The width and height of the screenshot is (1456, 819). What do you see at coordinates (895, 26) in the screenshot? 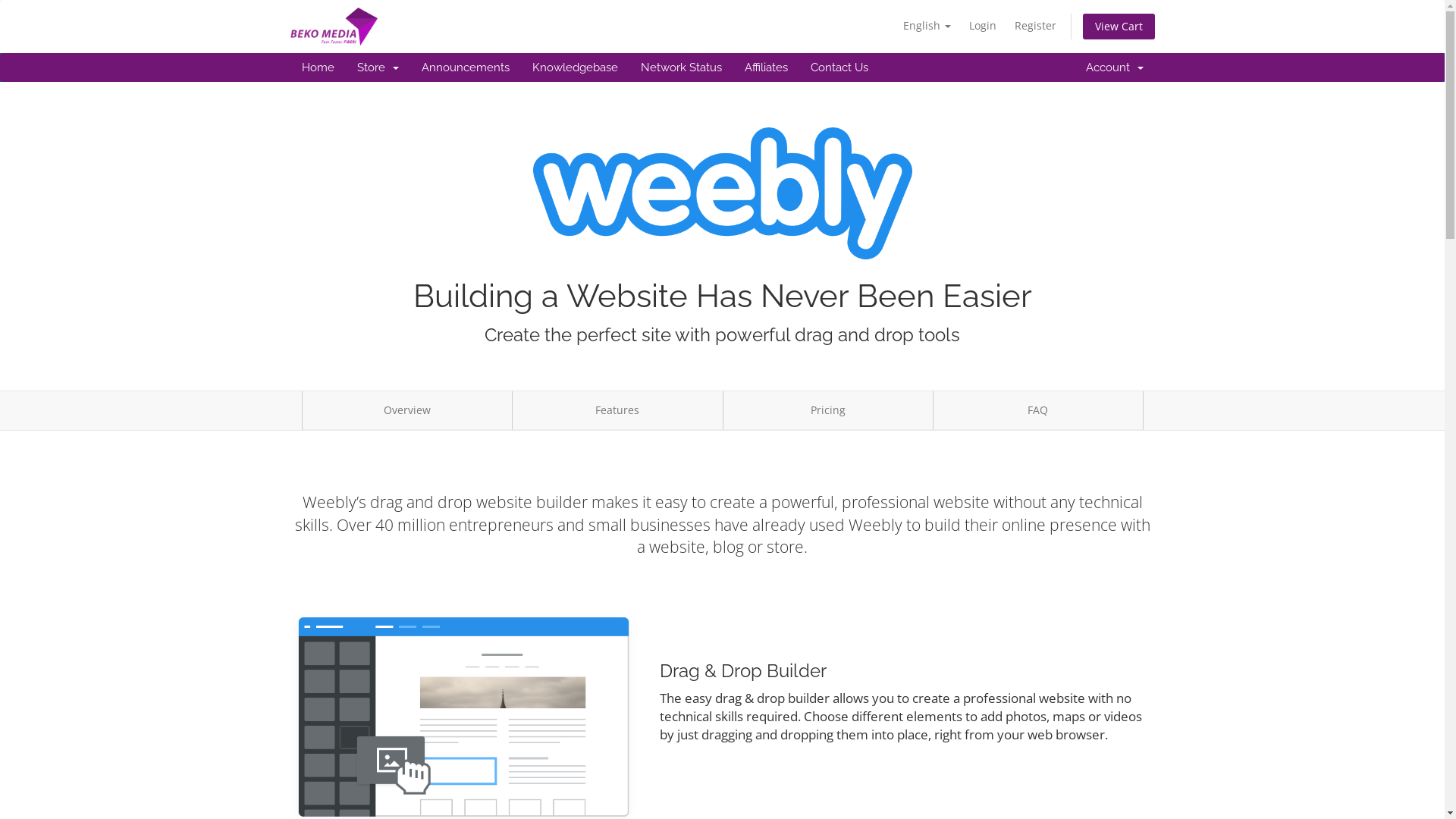
I see `'English'` at bounding box center [895, 26].